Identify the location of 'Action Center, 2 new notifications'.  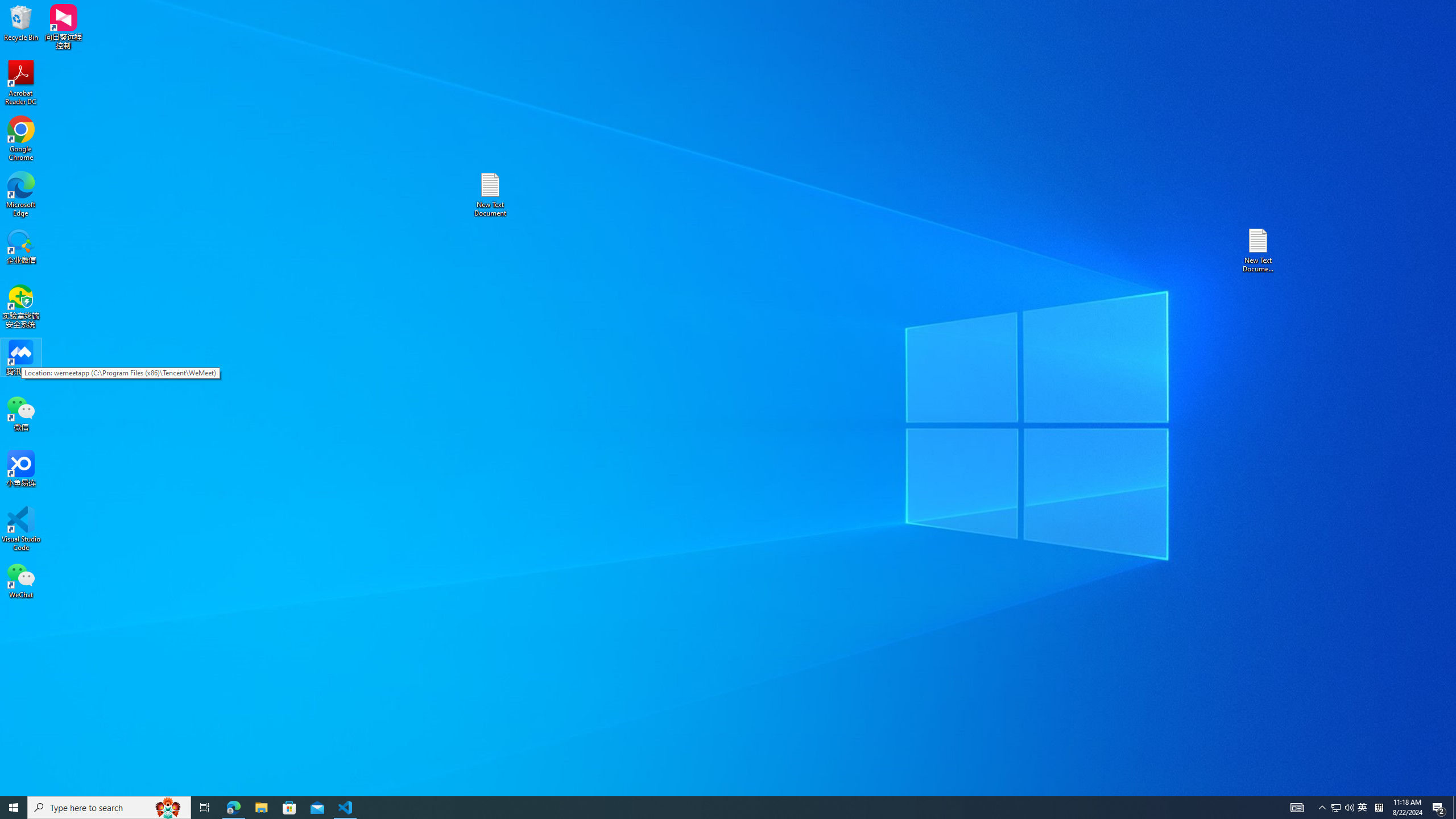
(1439, 806).